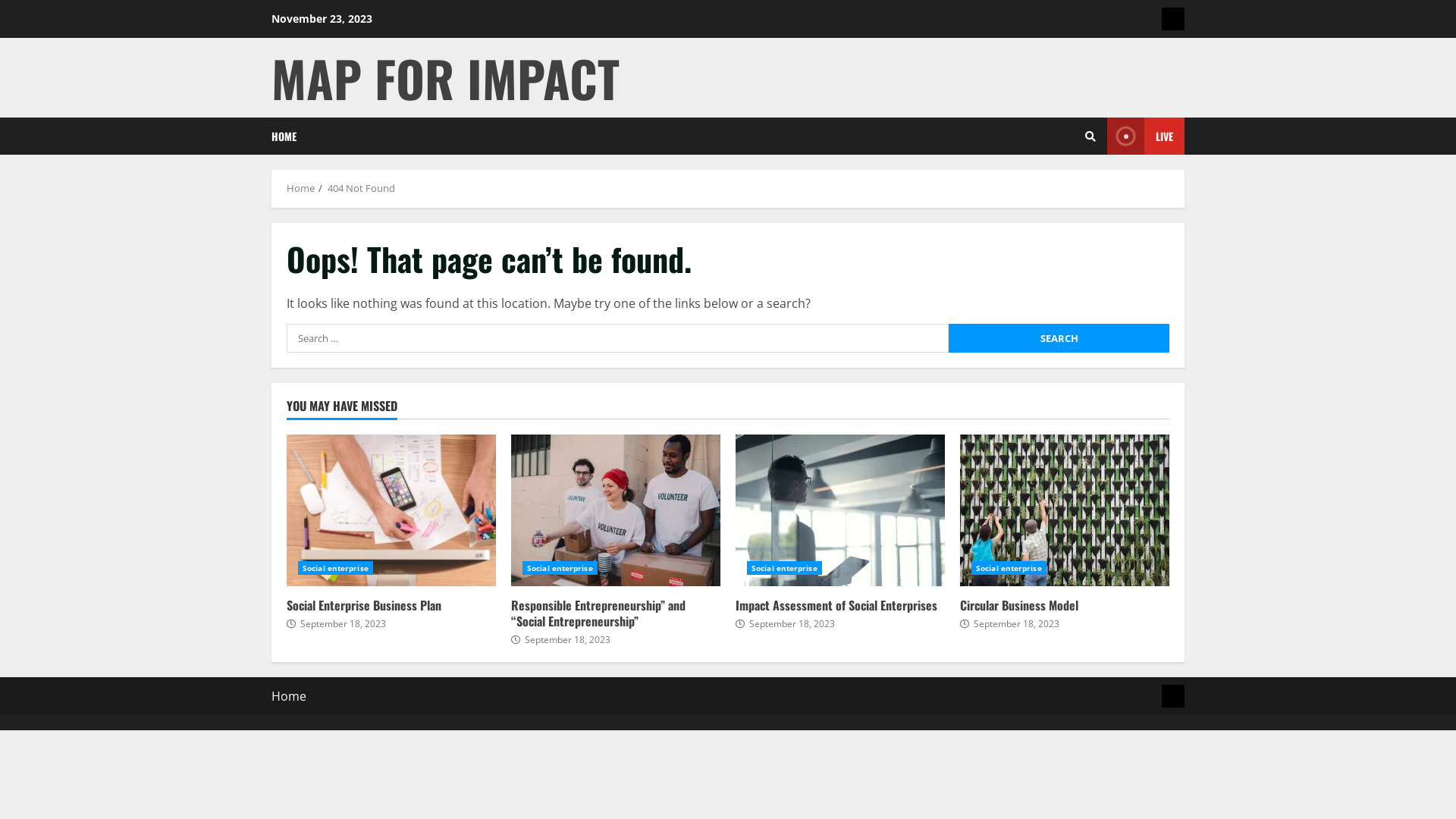 The image size is (1456, 819). What do you see at coordinates (444, 77) in the screenshot?
I see `'MAP FOR IMPACT'` at bounding box center [444, 77].